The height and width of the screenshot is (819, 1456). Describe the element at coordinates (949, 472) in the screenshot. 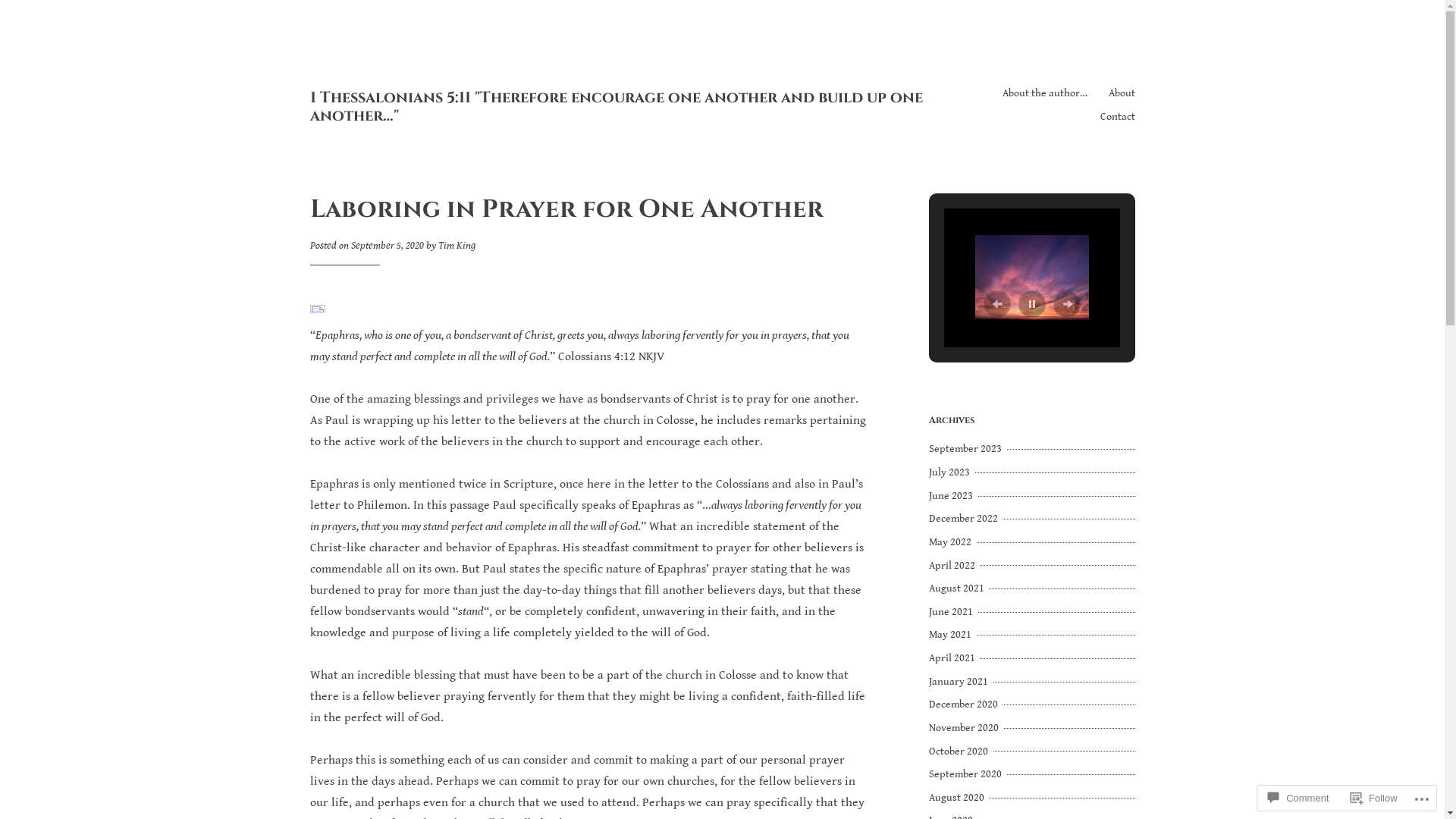

I see `'July 2023'` at that location.